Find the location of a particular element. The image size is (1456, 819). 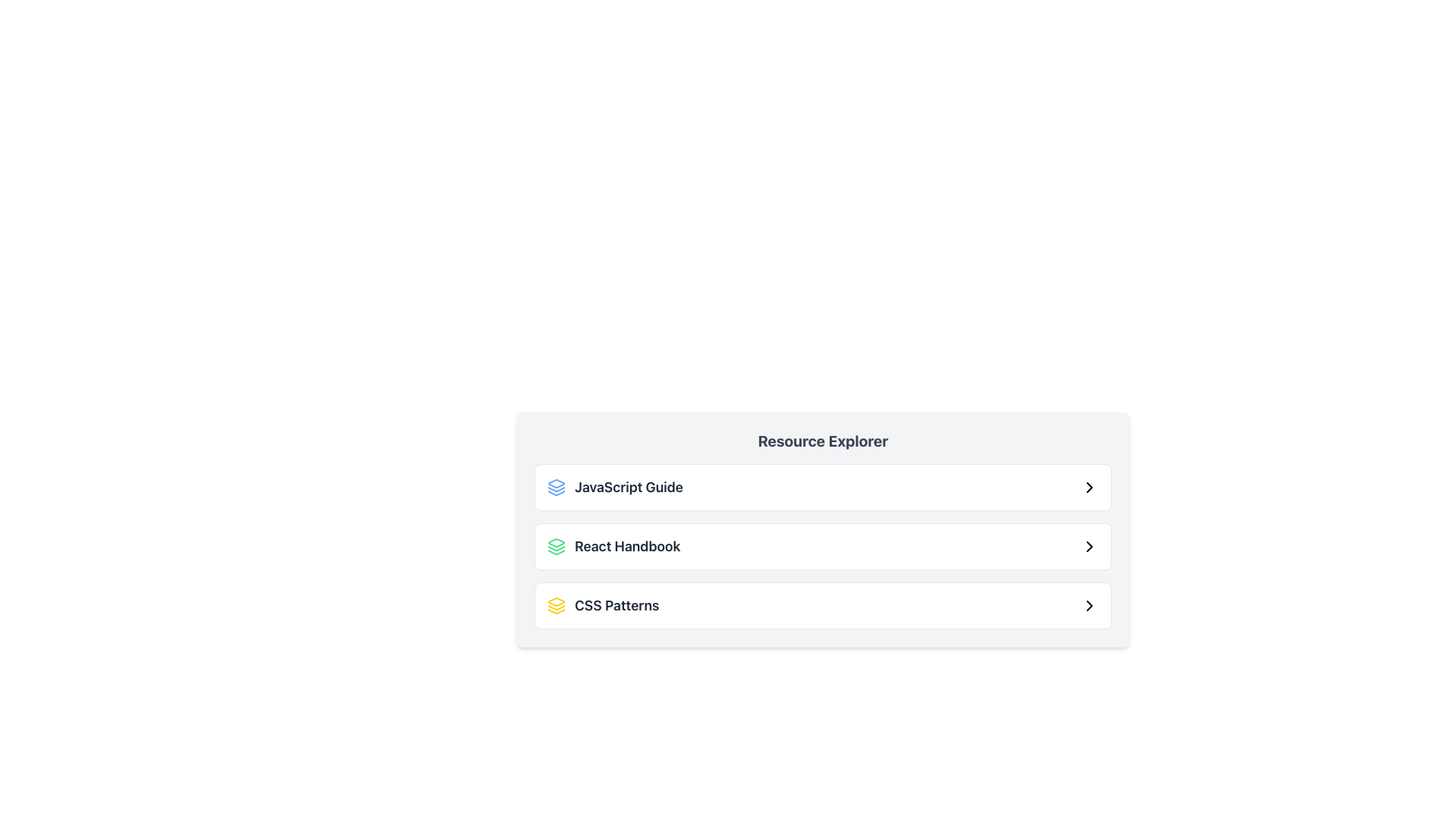

the first list item named 'JavaScript Guide' in the 'Resource Explorer' section is located at coordinates (822, 488).